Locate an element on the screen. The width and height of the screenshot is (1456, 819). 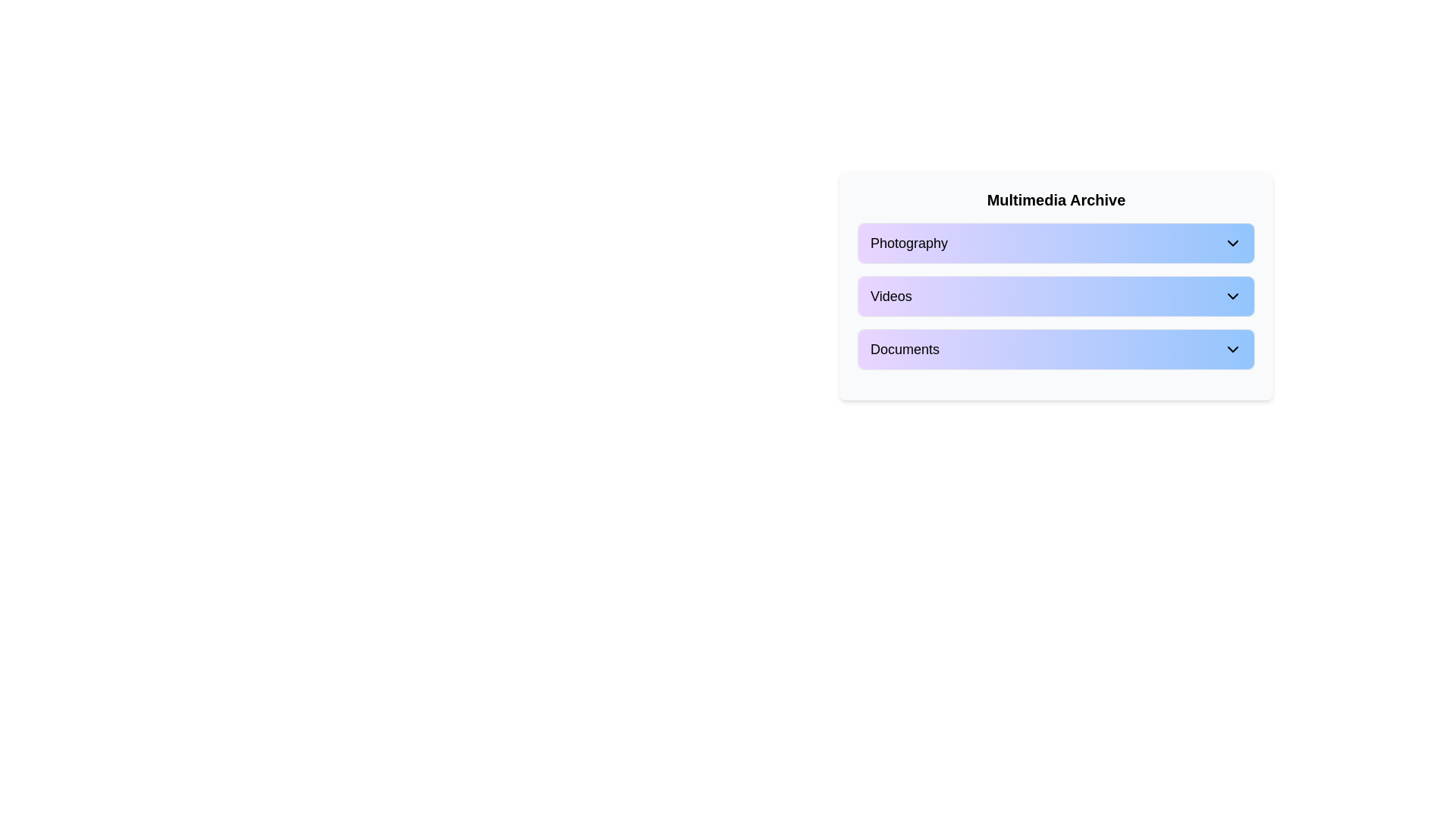
the dropdown indicator icon at the far-right end of the 'Videos' button is located at coordinates (1233, 296).